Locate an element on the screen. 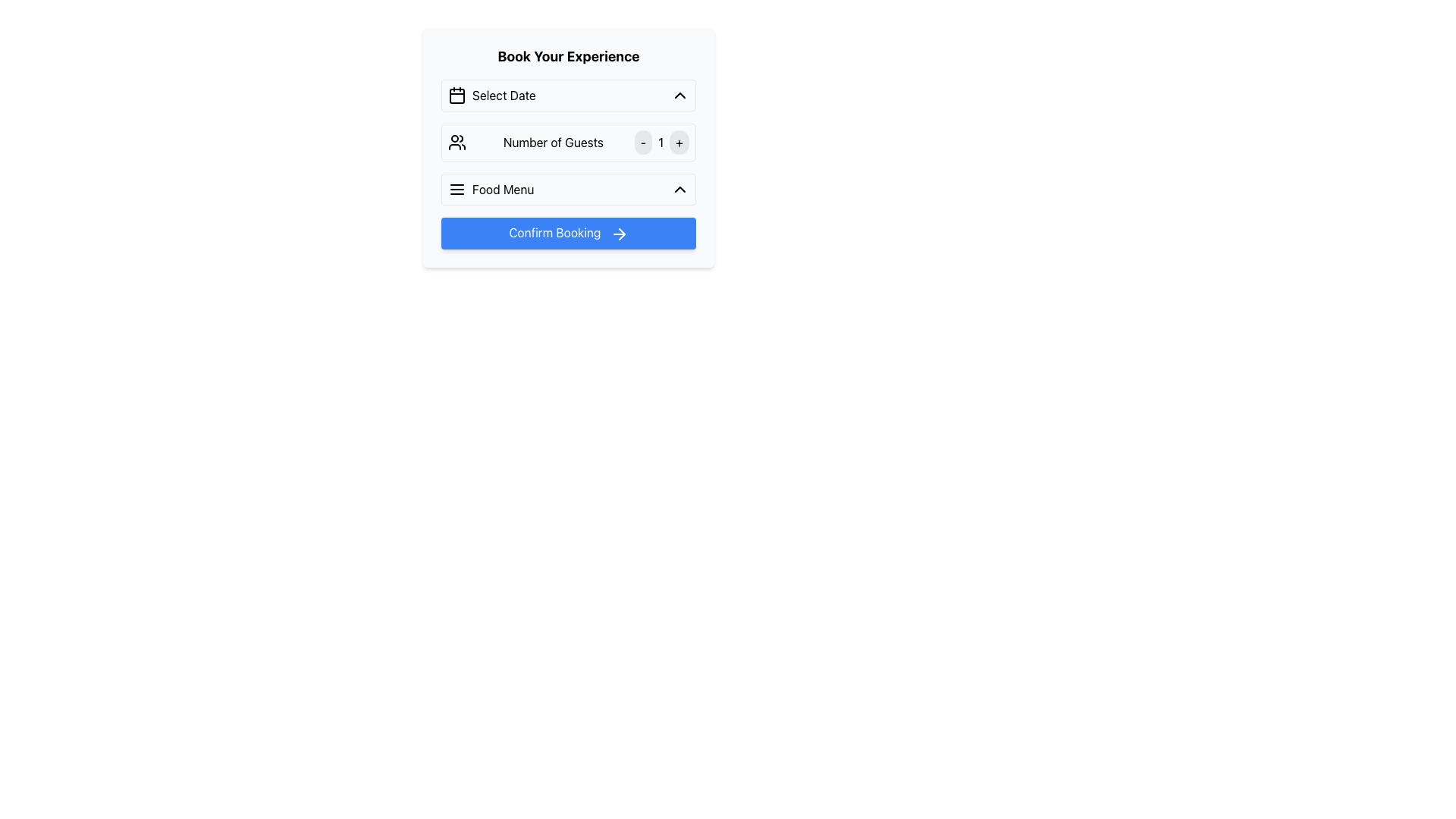 The width and height of the screenshot is (1456, 819). the clickable icon located at the far right side of the 'Food Menu' section is located at coordinates (679, 189).